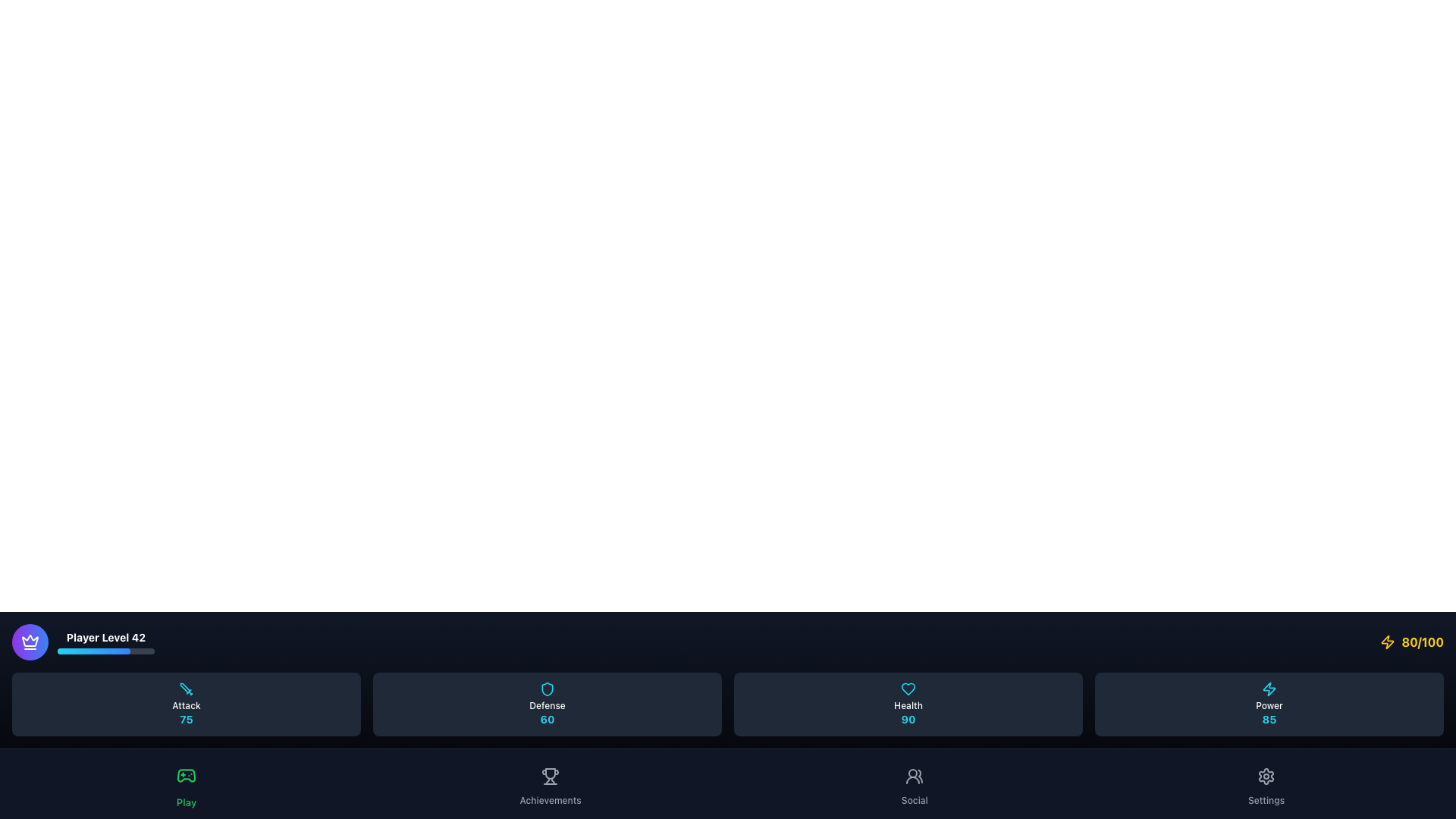  What do you see at coordinates (550, 773) in the screenshot?
I see `the filled shield base of the trophy icon, which visually represents an achievement or award in the lower navigation bar, above the labeled 'Achievements' section` at bounding box center [550, 773].